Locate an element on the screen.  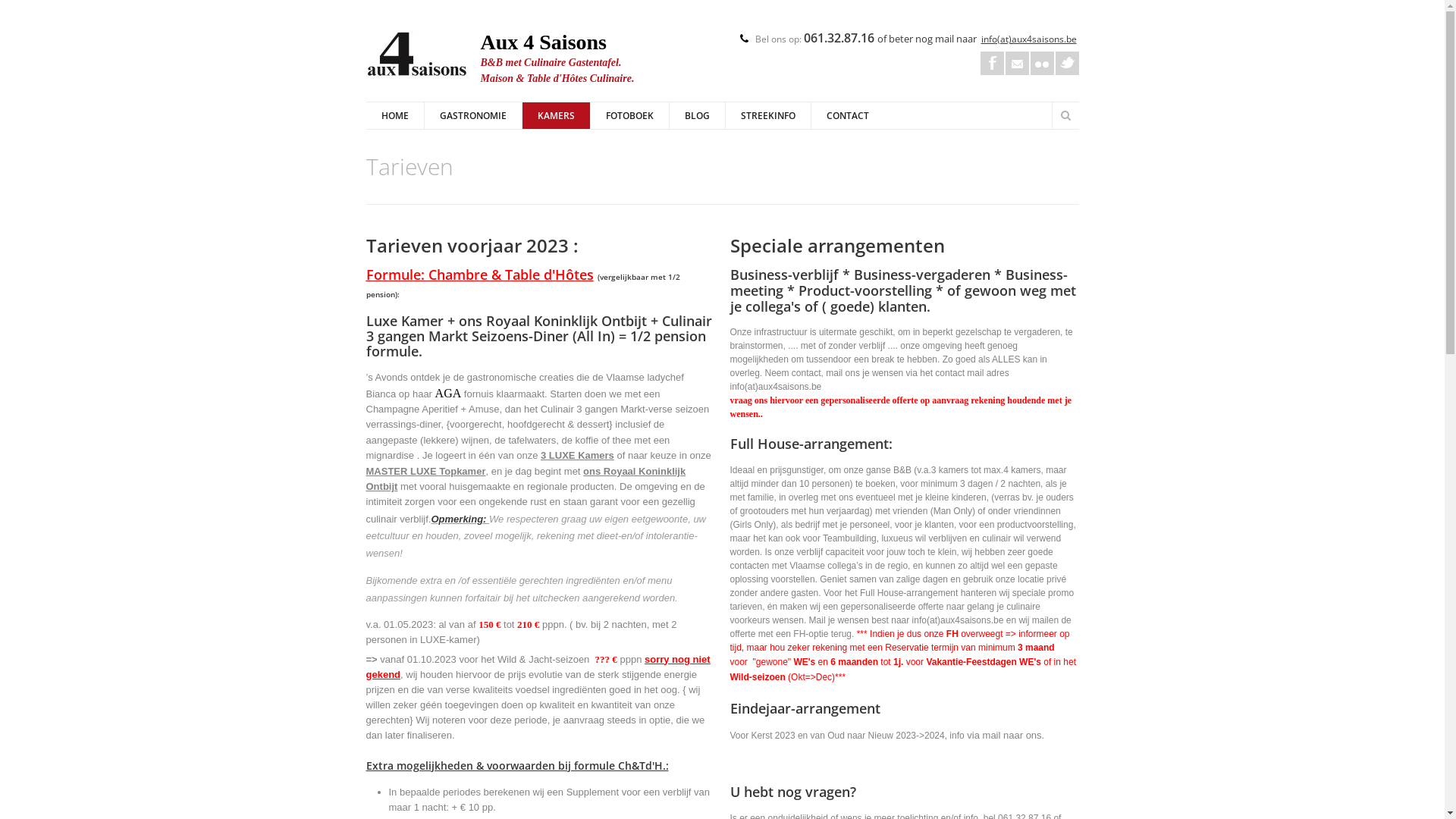
'Mail' is located at coordinates (1017, 62).